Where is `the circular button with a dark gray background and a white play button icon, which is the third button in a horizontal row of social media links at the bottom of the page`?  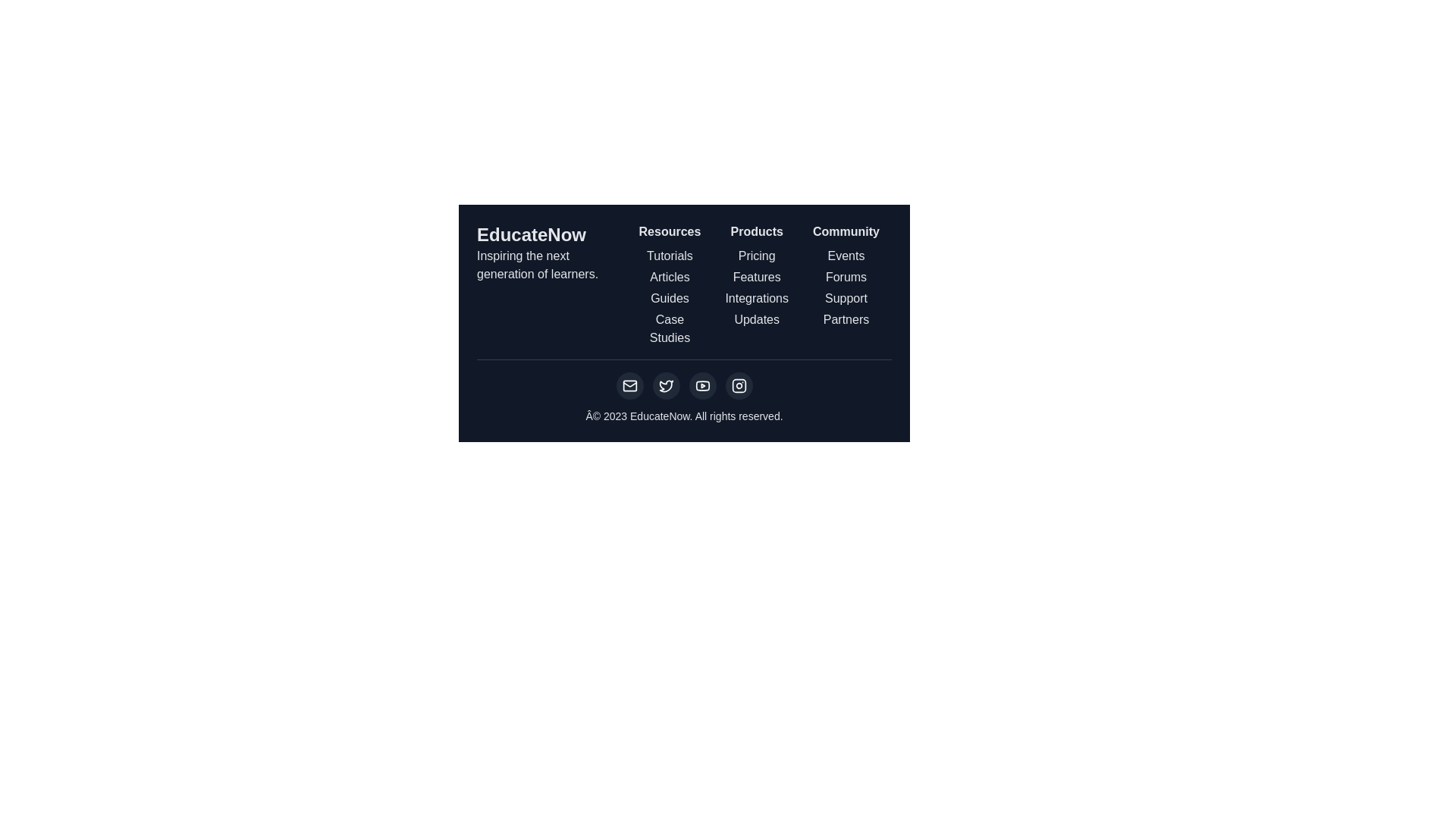
the circular button with a dark gray background and a white play button icon, which is the third button in a horizontal row of social media links at the bottom of the page is located at coordinates (701, 385).